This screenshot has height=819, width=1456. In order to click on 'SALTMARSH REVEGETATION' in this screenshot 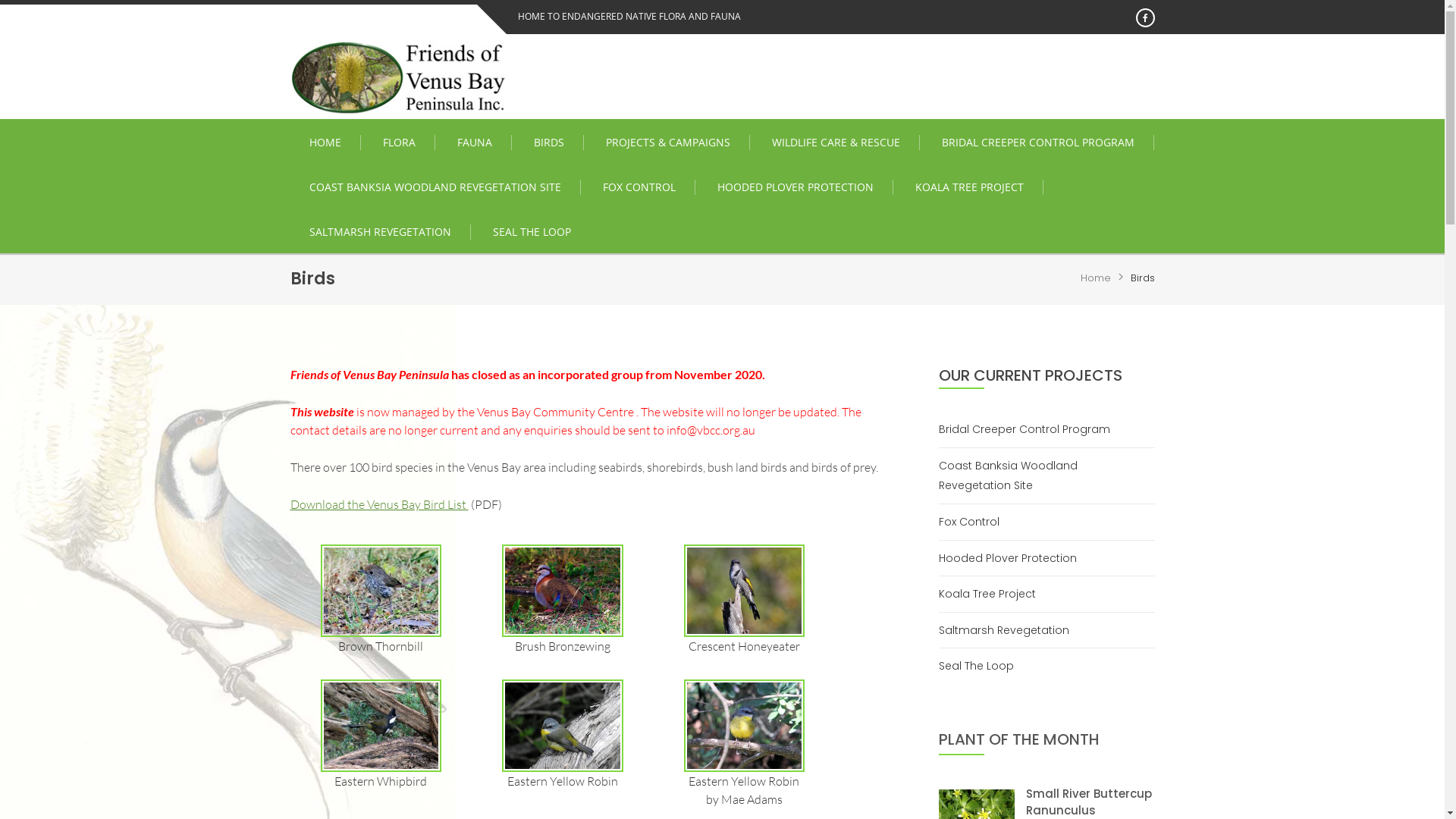, I will do `click(379, 231)`.